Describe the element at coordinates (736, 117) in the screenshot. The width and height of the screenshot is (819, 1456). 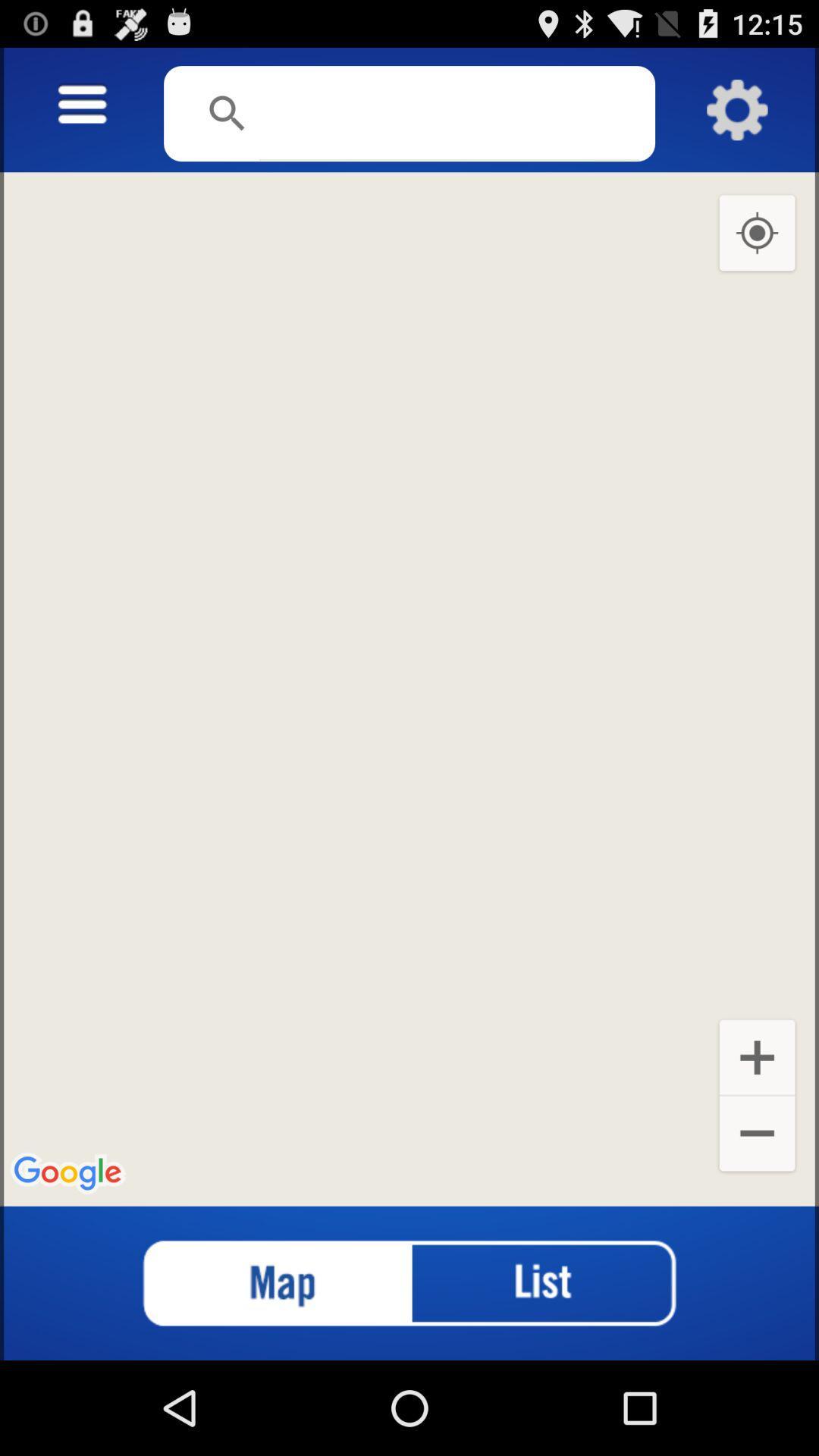
I see `the settings icon` at that location.